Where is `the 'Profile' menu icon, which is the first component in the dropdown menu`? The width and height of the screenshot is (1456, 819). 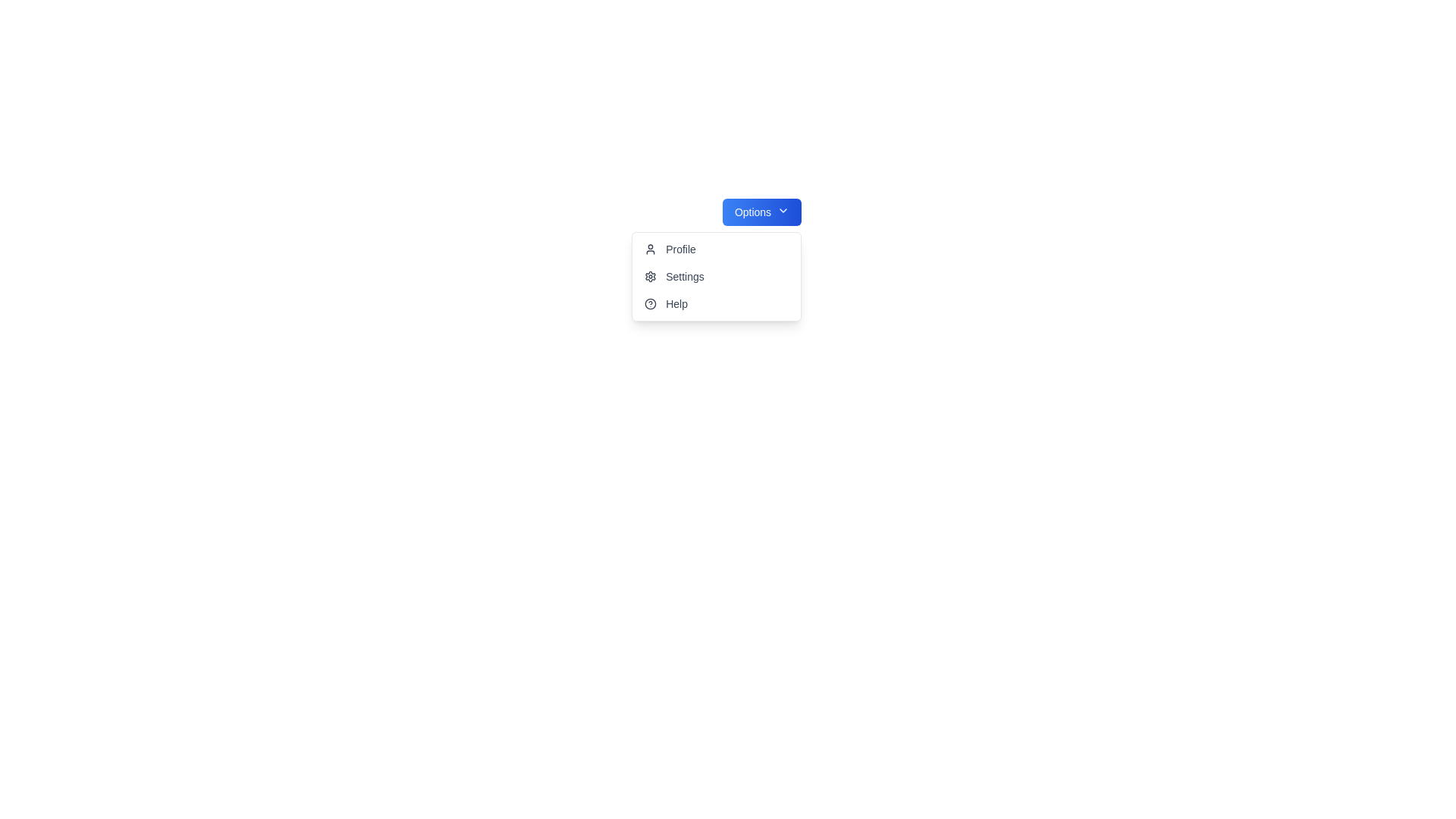
the 'Profile' menu icon, which is the first component in the dropdown menu is located at coordinates (651, 248).